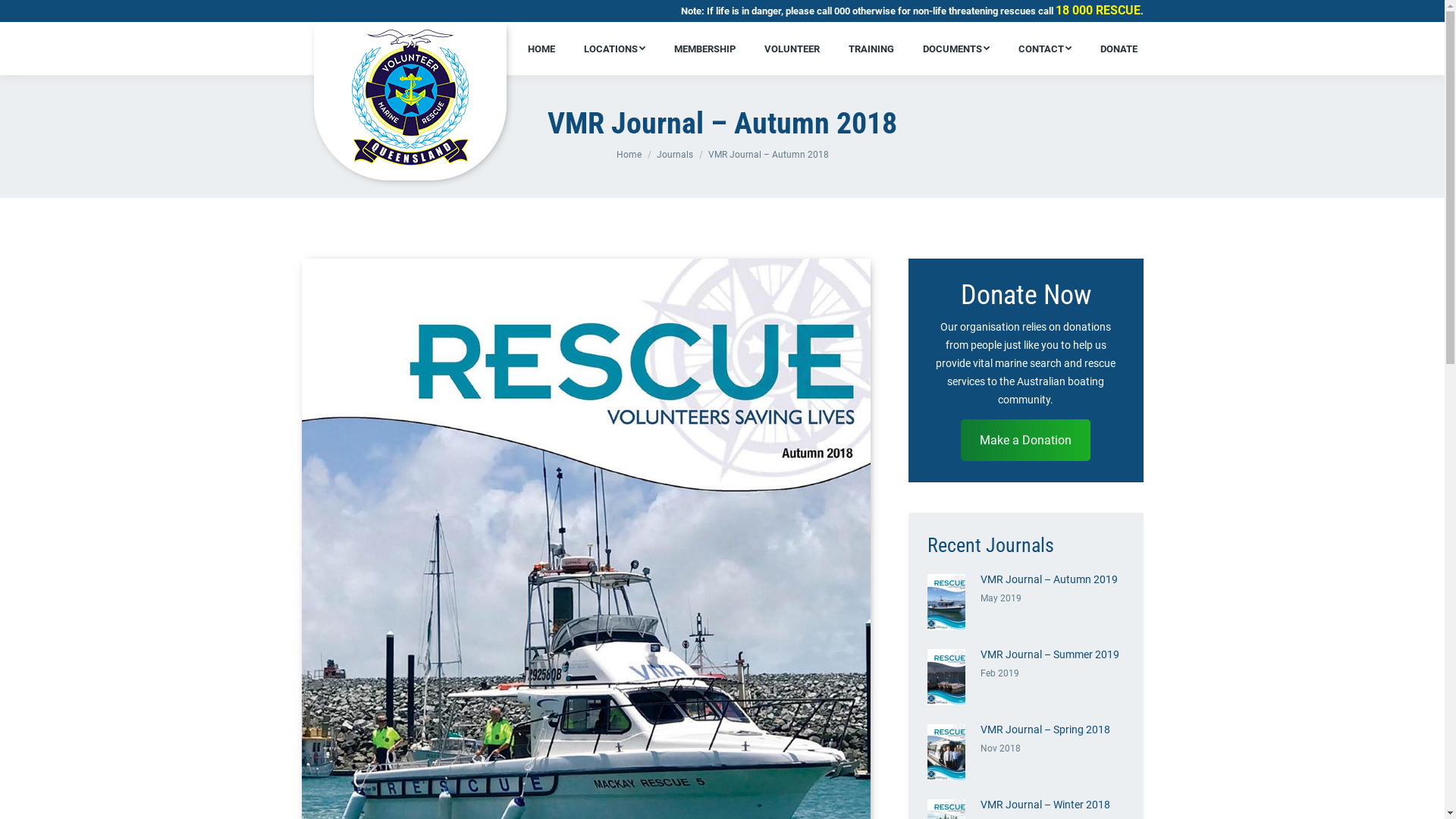 Image resolution: width=1456 pixels, height=819 pixels. I want to click on 'DOCUMENTS', so click(955, 48).